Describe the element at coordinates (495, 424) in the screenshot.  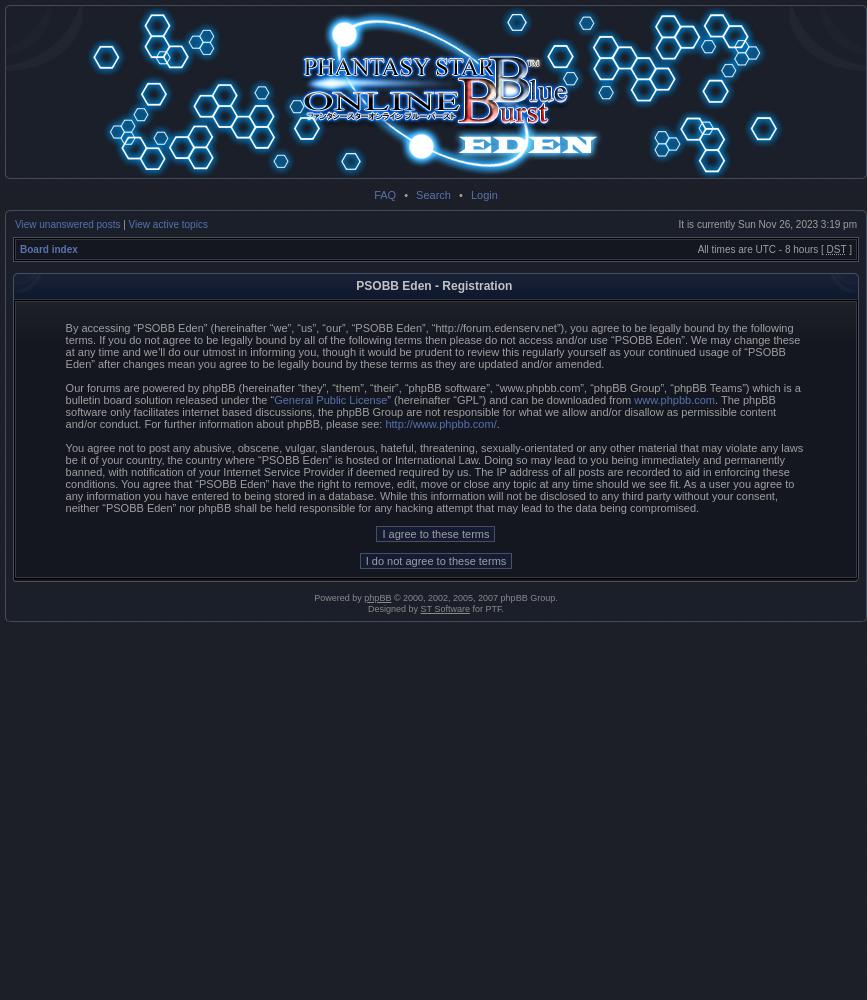
I see `'.'` at that location.